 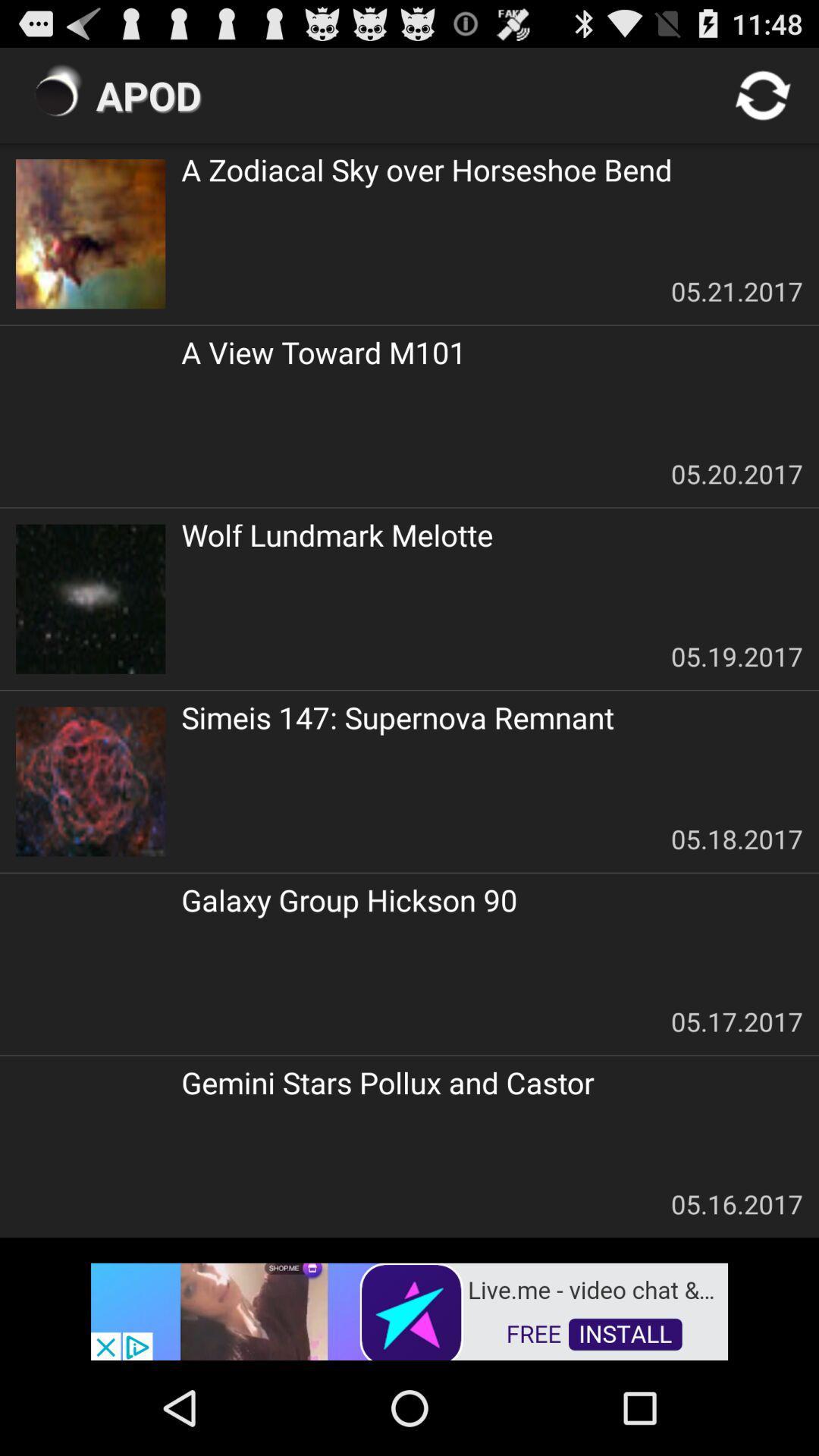 I want to click on advertisement, so click(x=409, y=1310).